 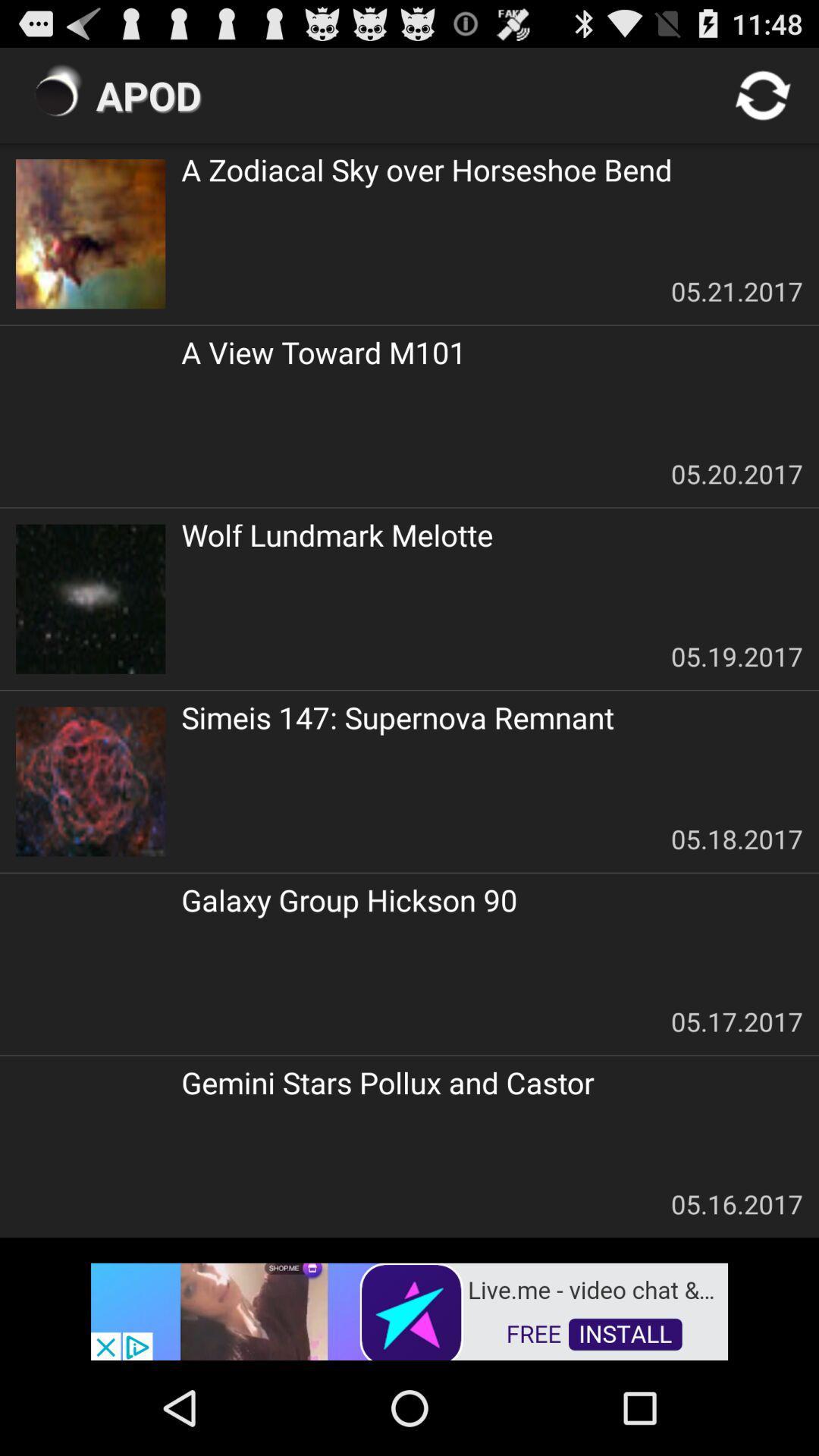 I want to click on advertisement, so click(x=409, y=1310).